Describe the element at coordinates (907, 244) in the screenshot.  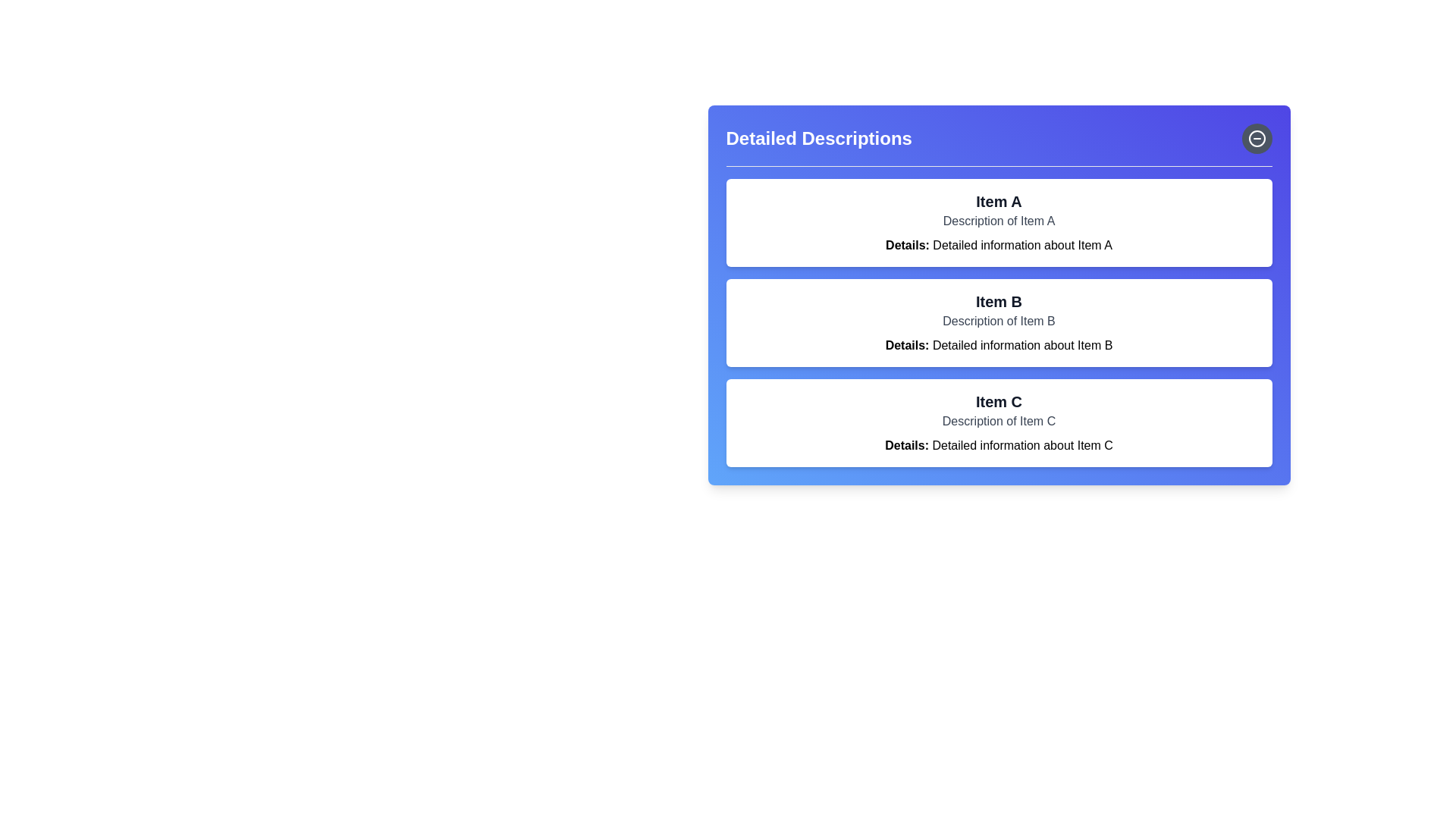
I see `the content of the text label displaying 'Details:' which is bold and positioned before the text 'Detailed information about Item A'` at that location.